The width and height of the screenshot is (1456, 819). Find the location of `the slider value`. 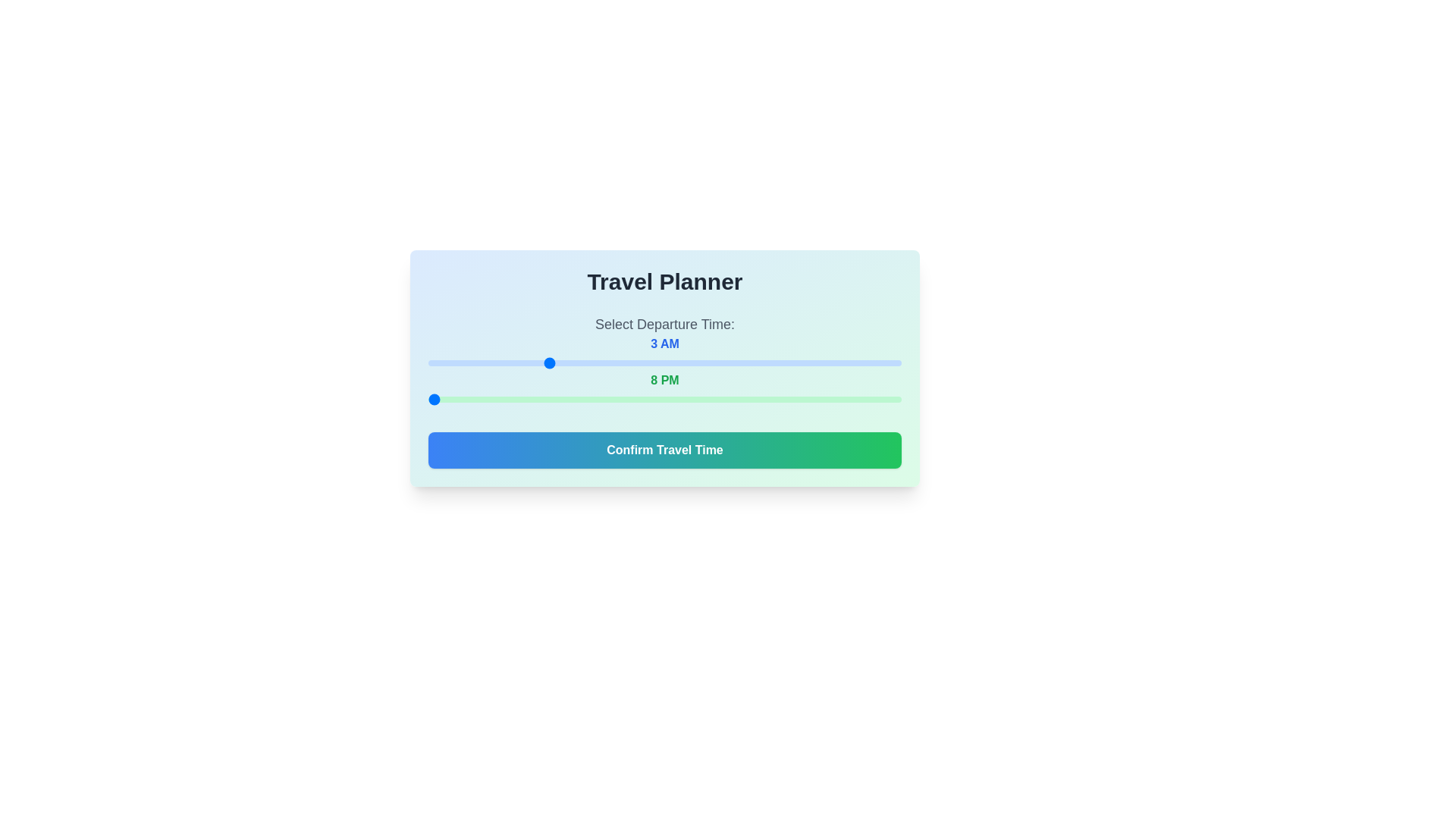

the slider value is located at coordinates (507, 399).